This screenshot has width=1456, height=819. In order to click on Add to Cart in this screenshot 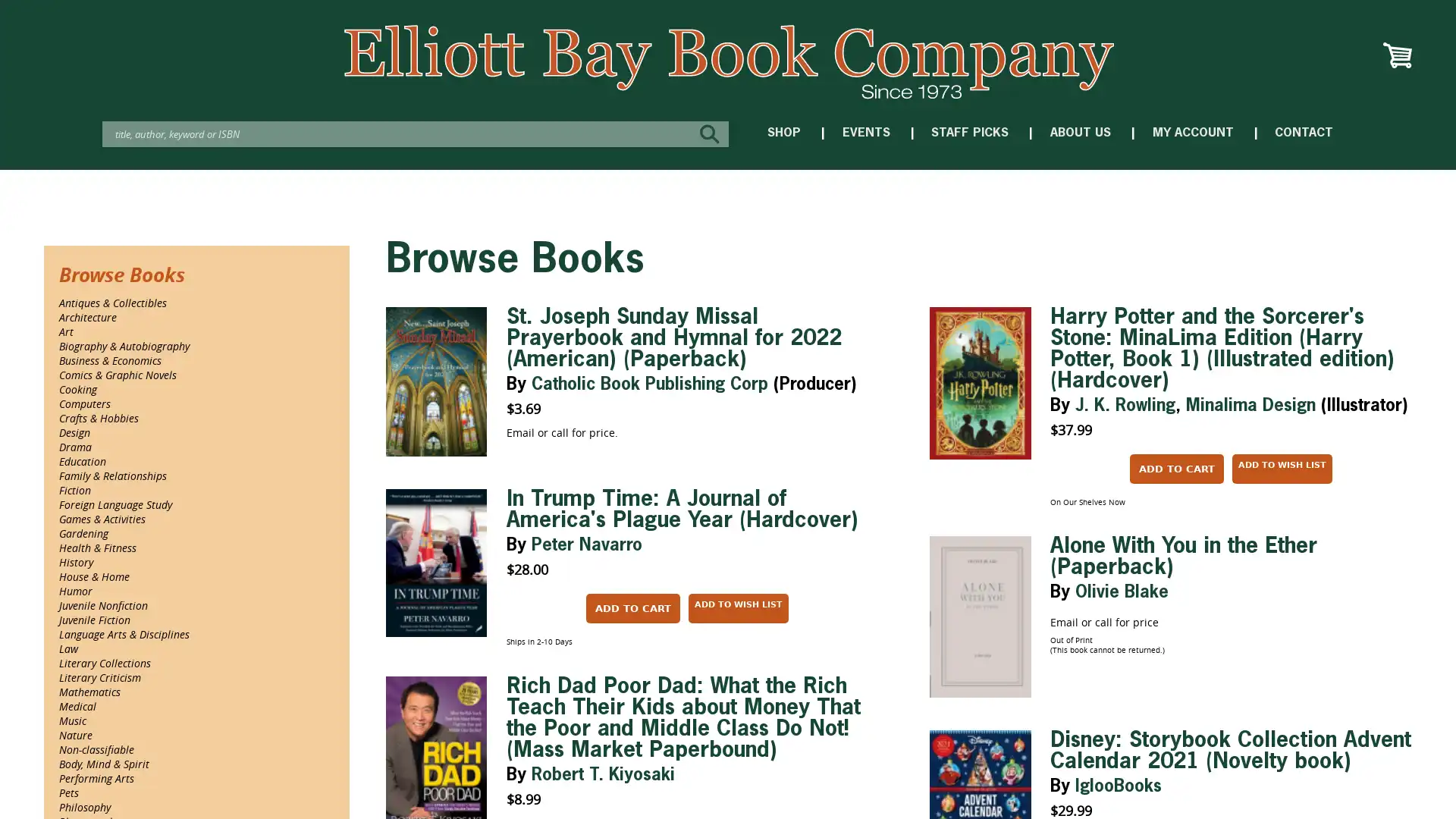, I will do `click(1175, 468)`.